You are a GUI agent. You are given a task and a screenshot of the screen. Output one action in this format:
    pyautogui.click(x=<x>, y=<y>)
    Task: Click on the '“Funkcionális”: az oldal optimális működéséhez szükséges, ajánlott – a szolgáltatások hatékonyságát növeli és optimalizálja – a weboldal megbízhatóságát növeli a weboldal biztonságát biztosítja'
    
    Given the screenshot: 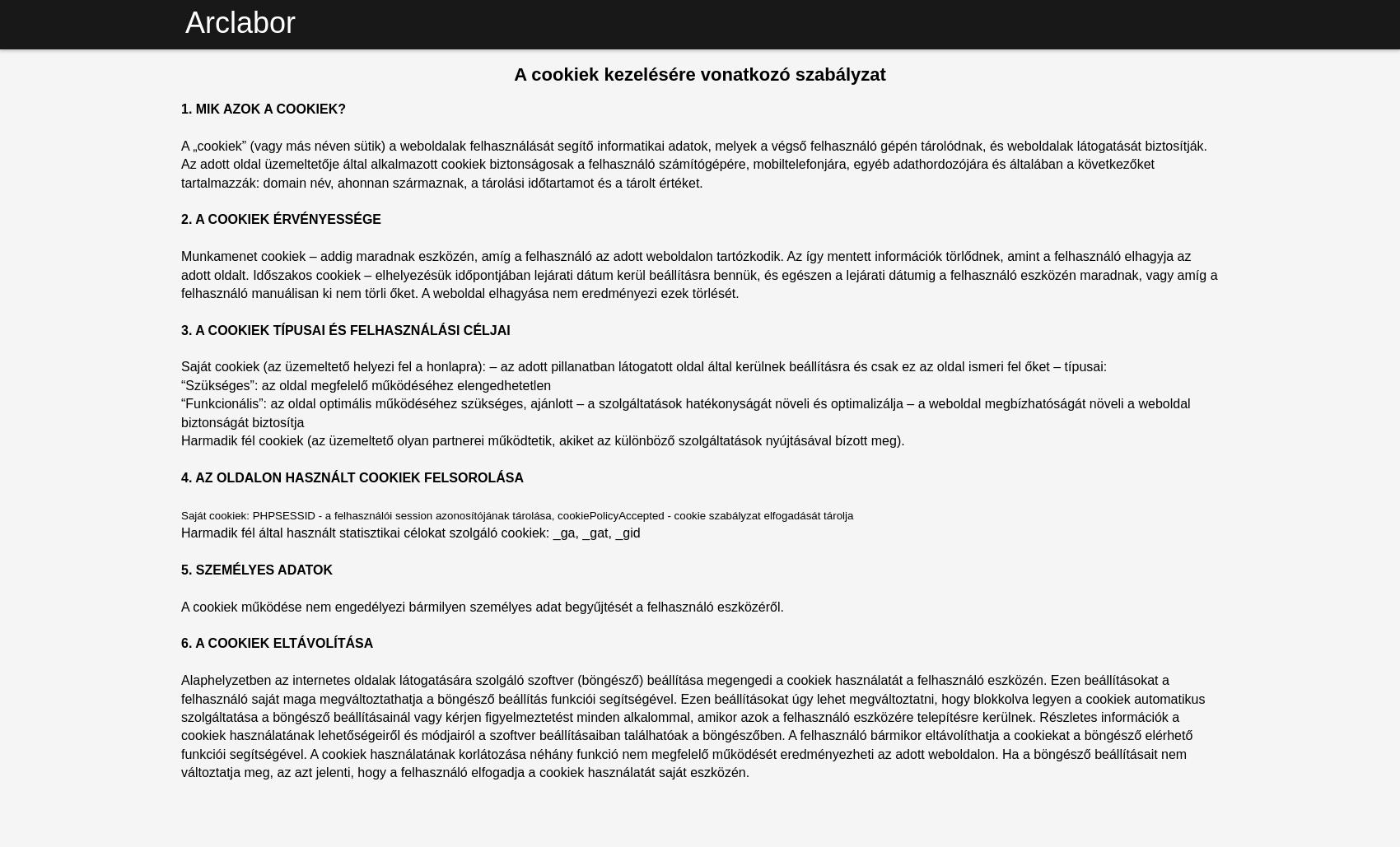 What is the action you would take?
    pyautogui.click(x=684, y=412)
    